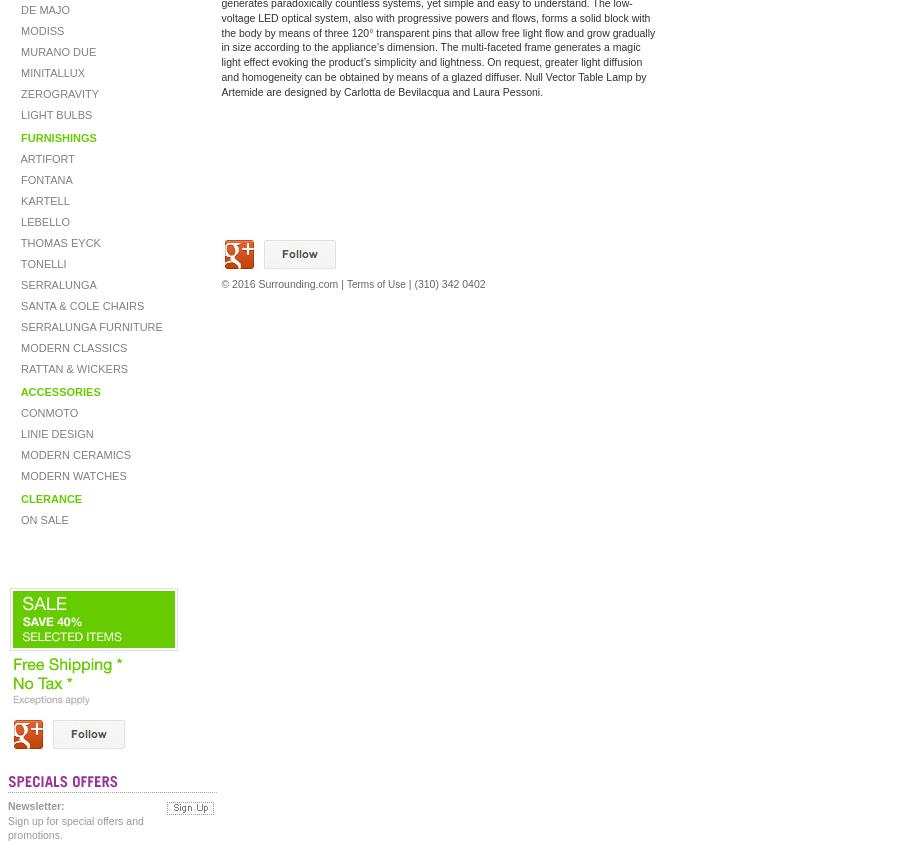 The image size is (908, 868). What do you see at coordinates (43, 222) in the screenshot?
I see `'LEBELLO'` at bounding box center [43, 222].